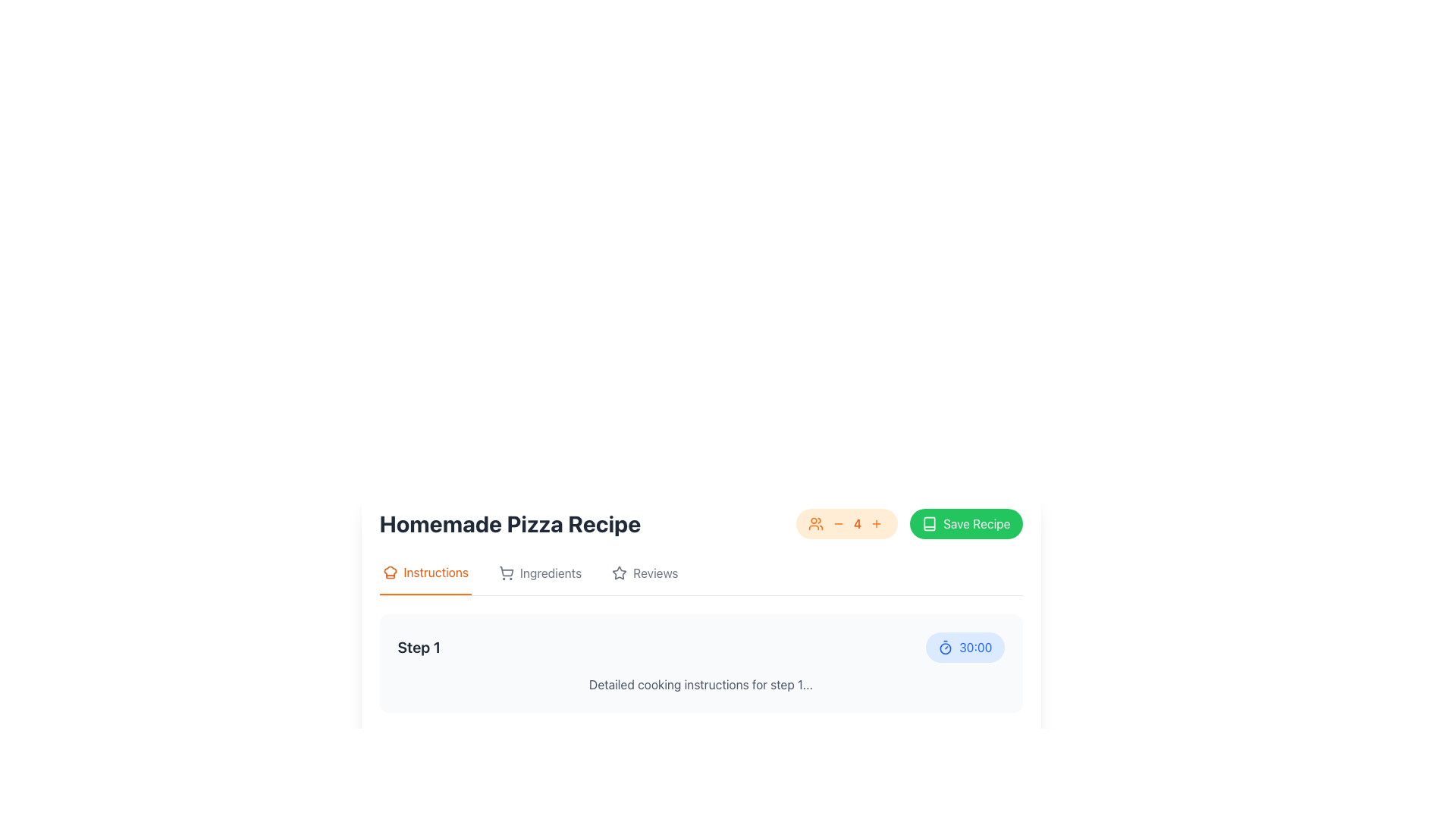 This screenshot has height=819, width=1456. What do you see at coordinates (814, 522) in the screenshot?
I see `the orange group of people icon located in the upper right section of the page interface, adjacent to the numeric label '4'` at bounding box center [814, 522].